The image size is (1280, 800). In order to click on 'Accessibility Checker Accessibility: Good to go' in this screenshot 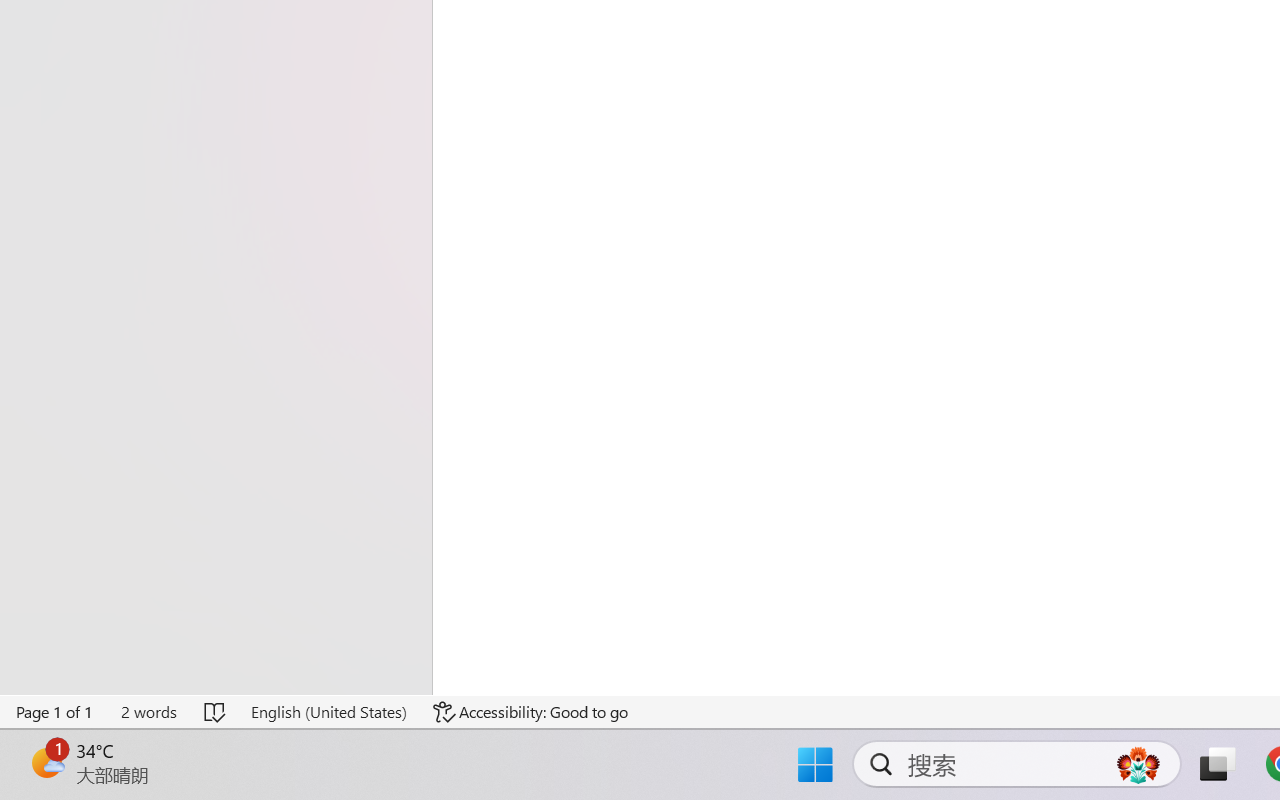, I will do `click(531, 711)`.